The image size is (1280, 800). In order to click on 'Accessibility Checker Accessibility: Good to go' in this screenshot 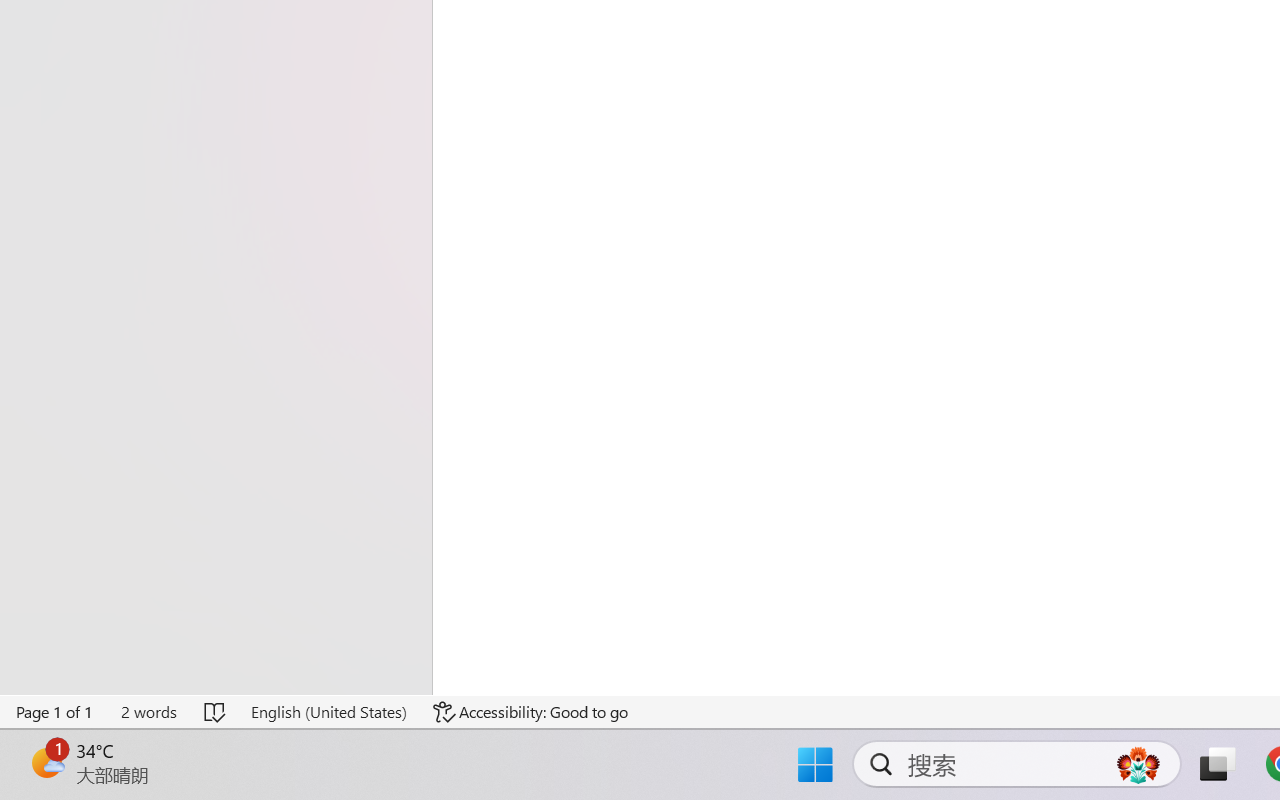, I will do `click(531, 711)`.